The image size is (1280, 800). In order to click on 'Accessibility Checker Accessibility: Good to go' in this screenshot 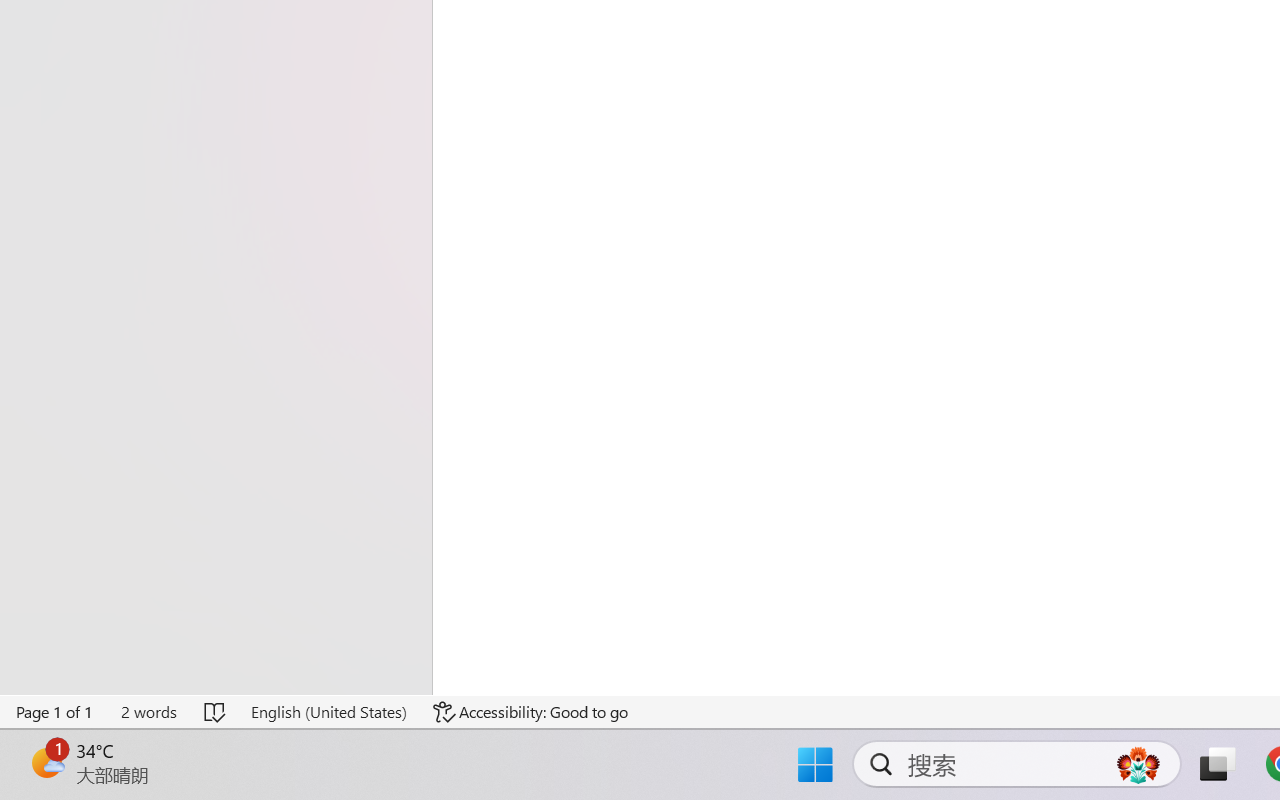, I will do `click(531, 711)`.